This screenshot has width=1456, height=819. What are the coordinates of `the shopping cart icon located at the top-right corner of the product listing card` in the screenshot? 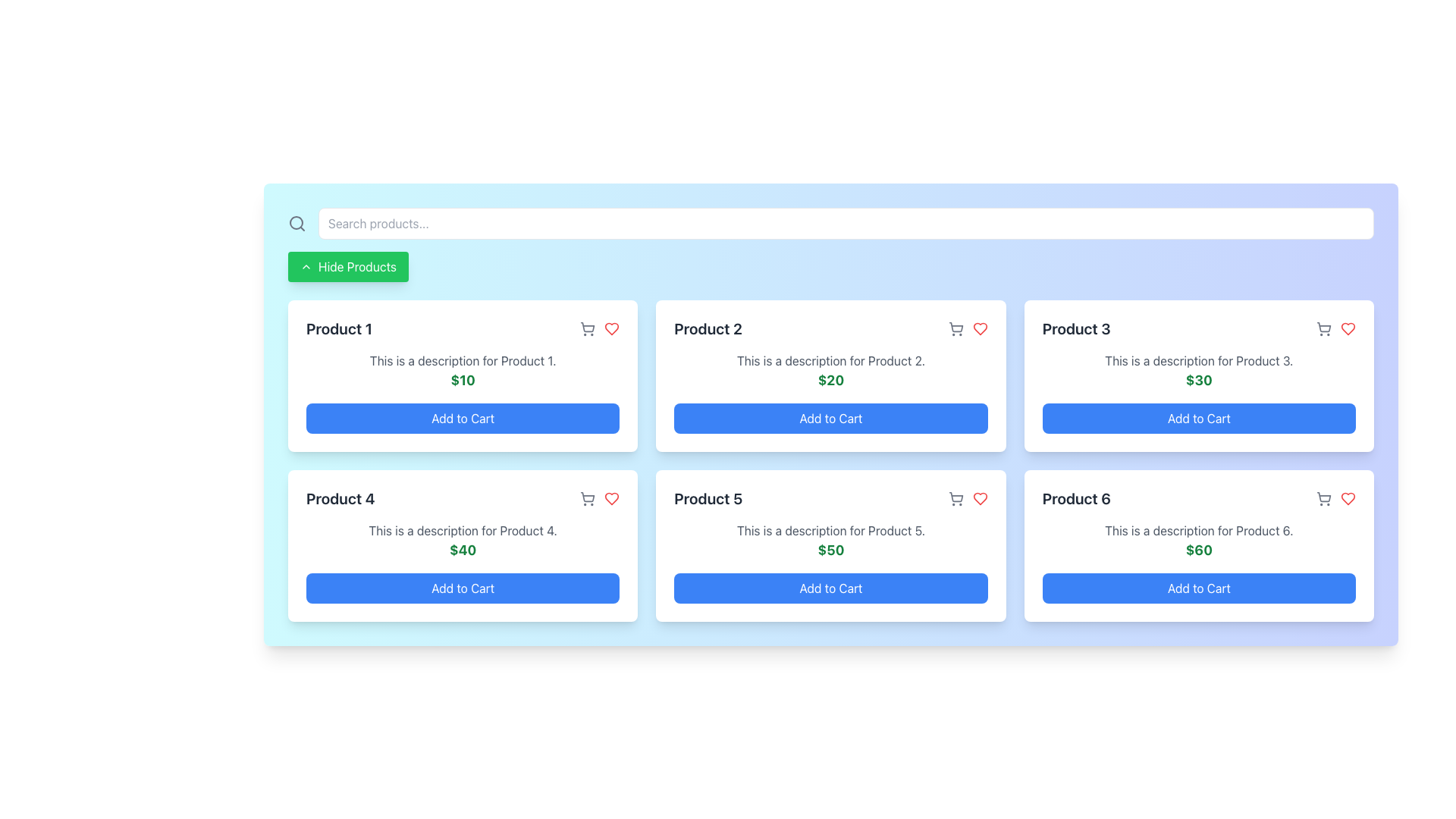 It's located at (587, 499).